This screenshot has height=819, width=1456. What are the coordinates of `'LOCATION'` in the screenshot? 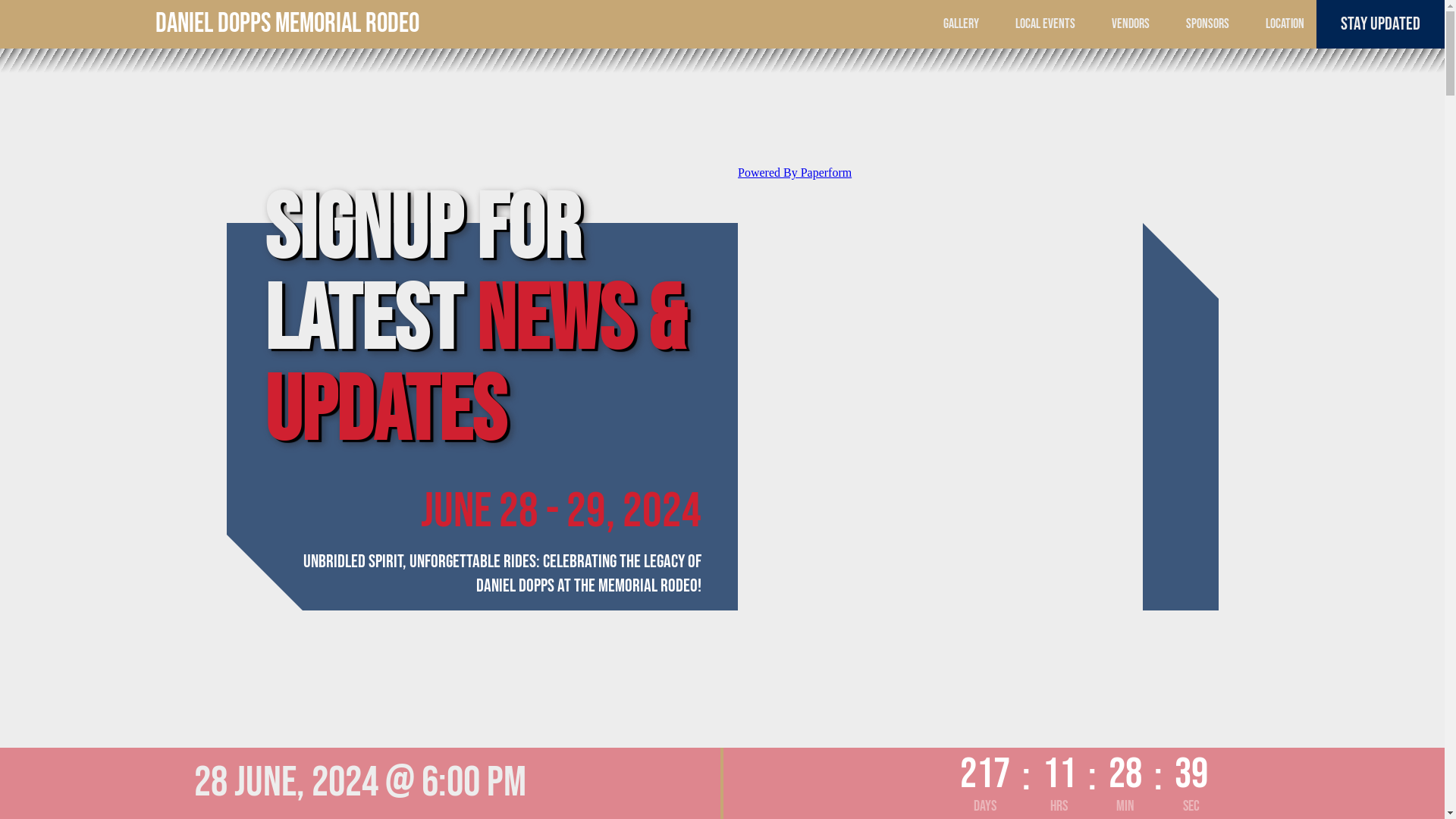 It's located at (1284, 24).